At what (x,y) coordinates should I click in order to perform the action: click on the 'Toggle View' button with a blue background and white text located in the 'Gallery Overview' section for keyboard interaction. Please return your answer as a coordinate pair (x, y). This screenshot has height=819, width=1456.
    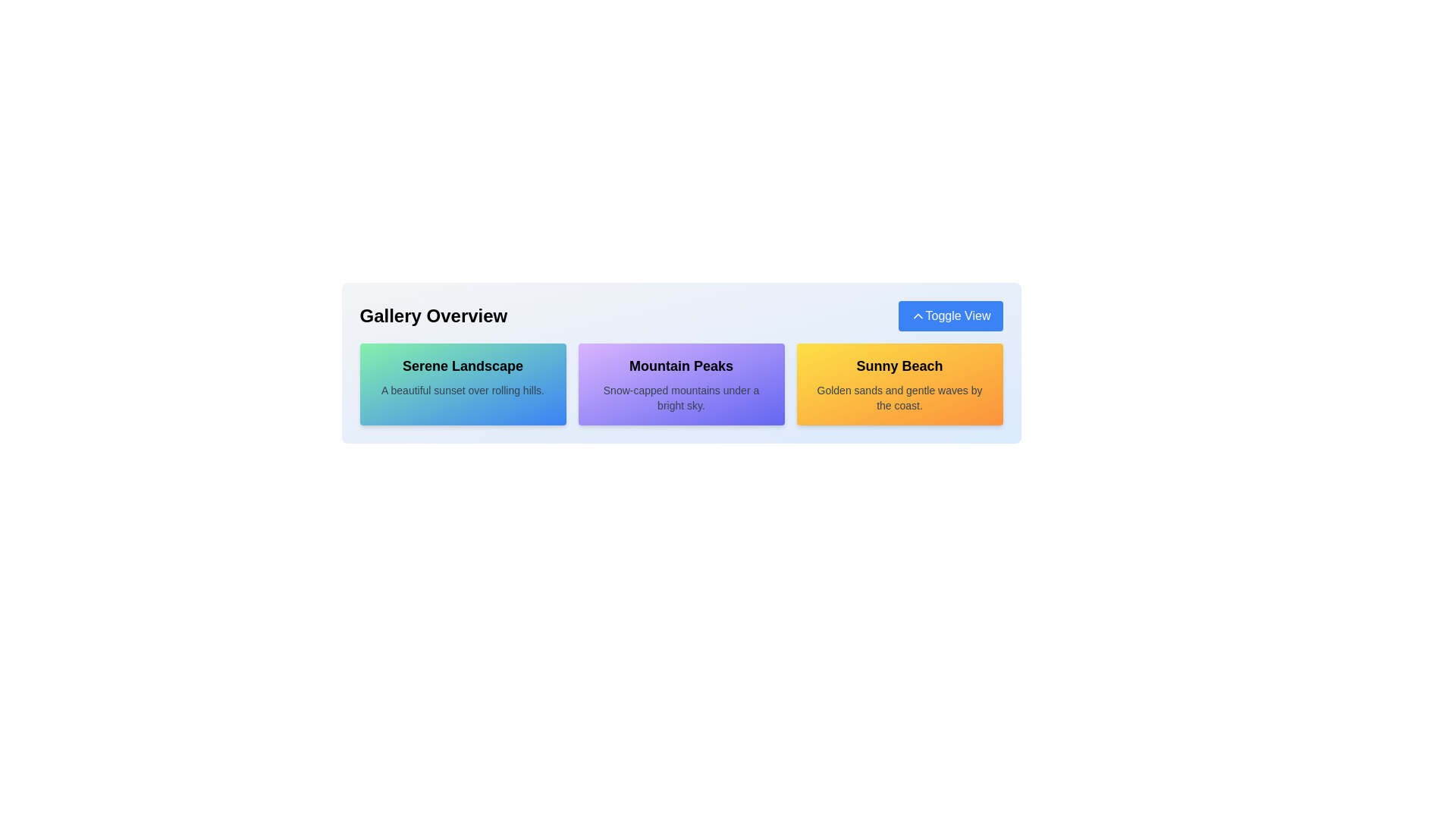
    Looking at the image, I should click on (949, 315).